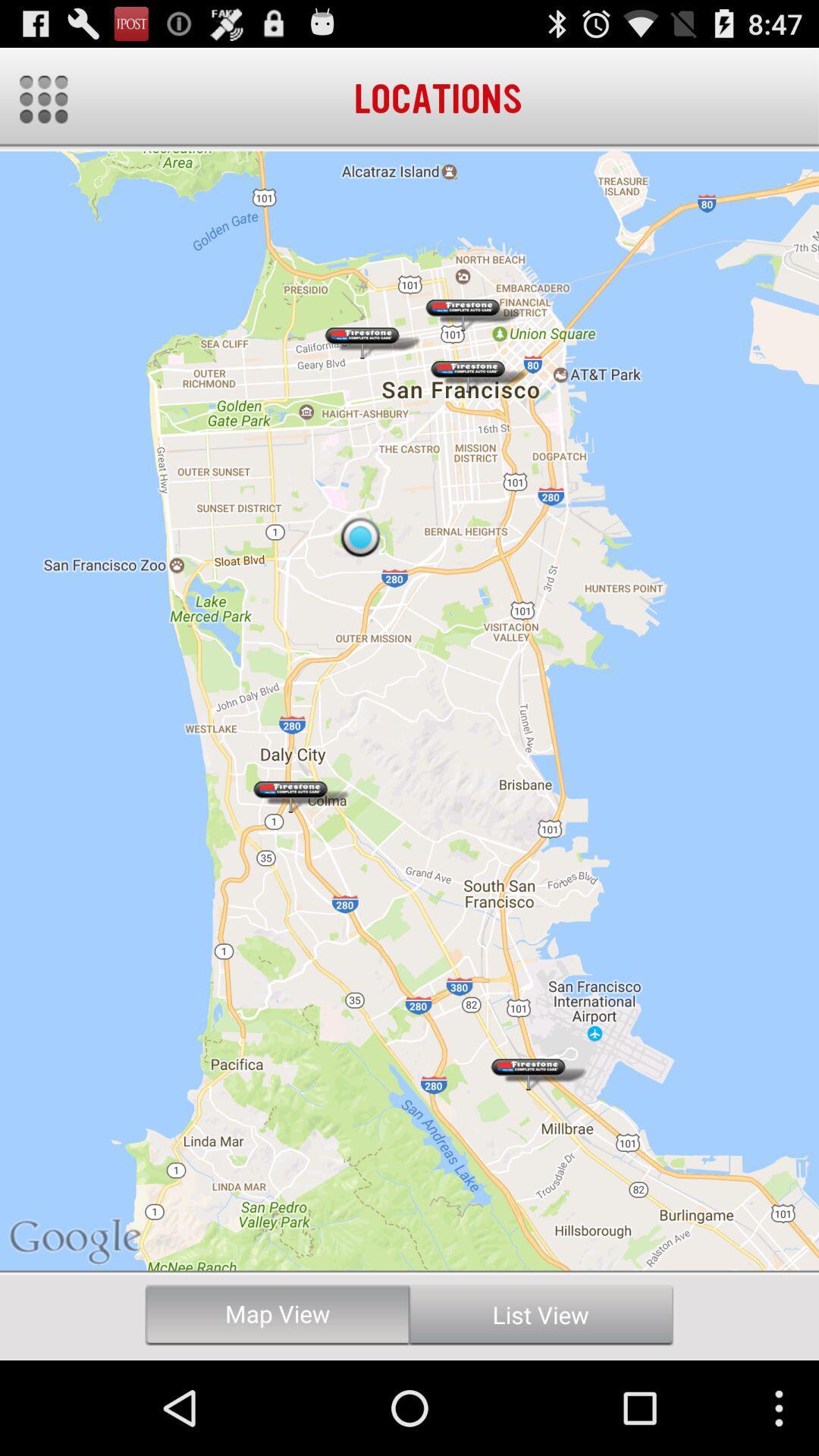 Image resolution: width=819 pixels, height=1456 pixels. I want to click on the settings icon, so click(42, 105).